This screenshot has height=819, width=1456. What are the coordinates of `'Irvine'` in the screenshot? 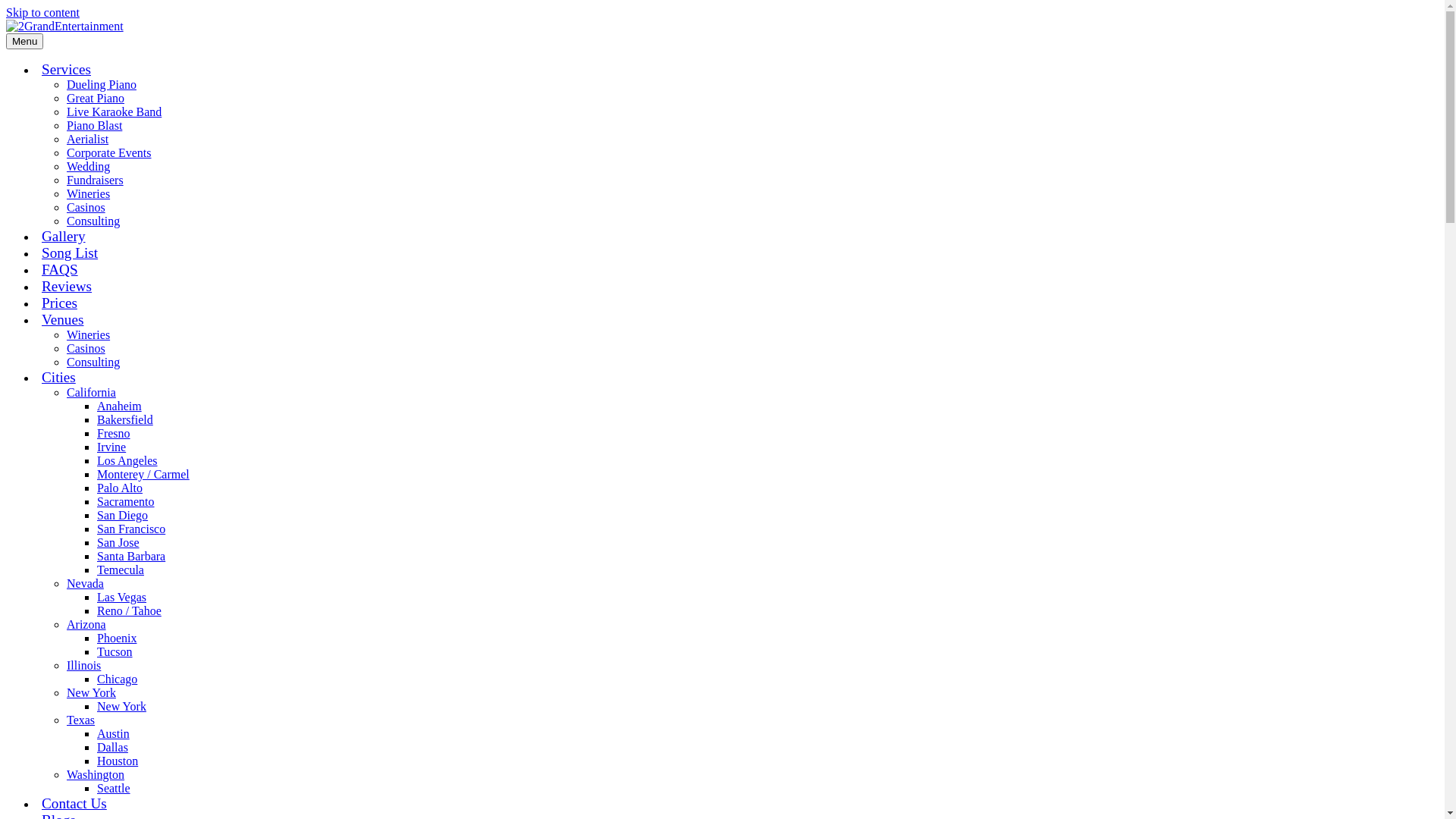 It's located at (111, 446).